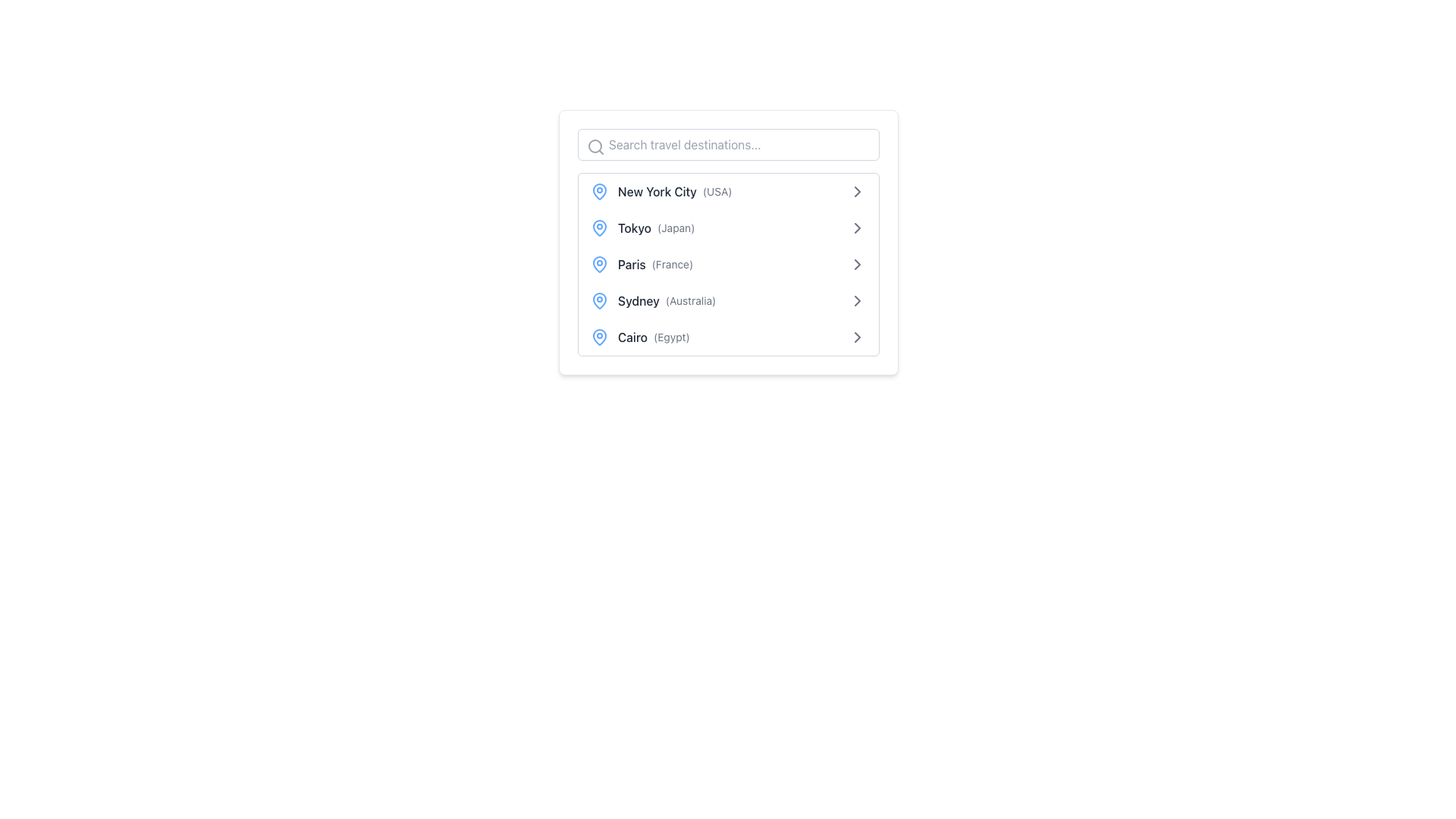 The width and height of the screenshot is (1456, 819). Describe the element at coordinates (858, 191) in the screenshot. I see `the navigation icon located at the far-right side of the 'New York City (USA)' list item` at that location.